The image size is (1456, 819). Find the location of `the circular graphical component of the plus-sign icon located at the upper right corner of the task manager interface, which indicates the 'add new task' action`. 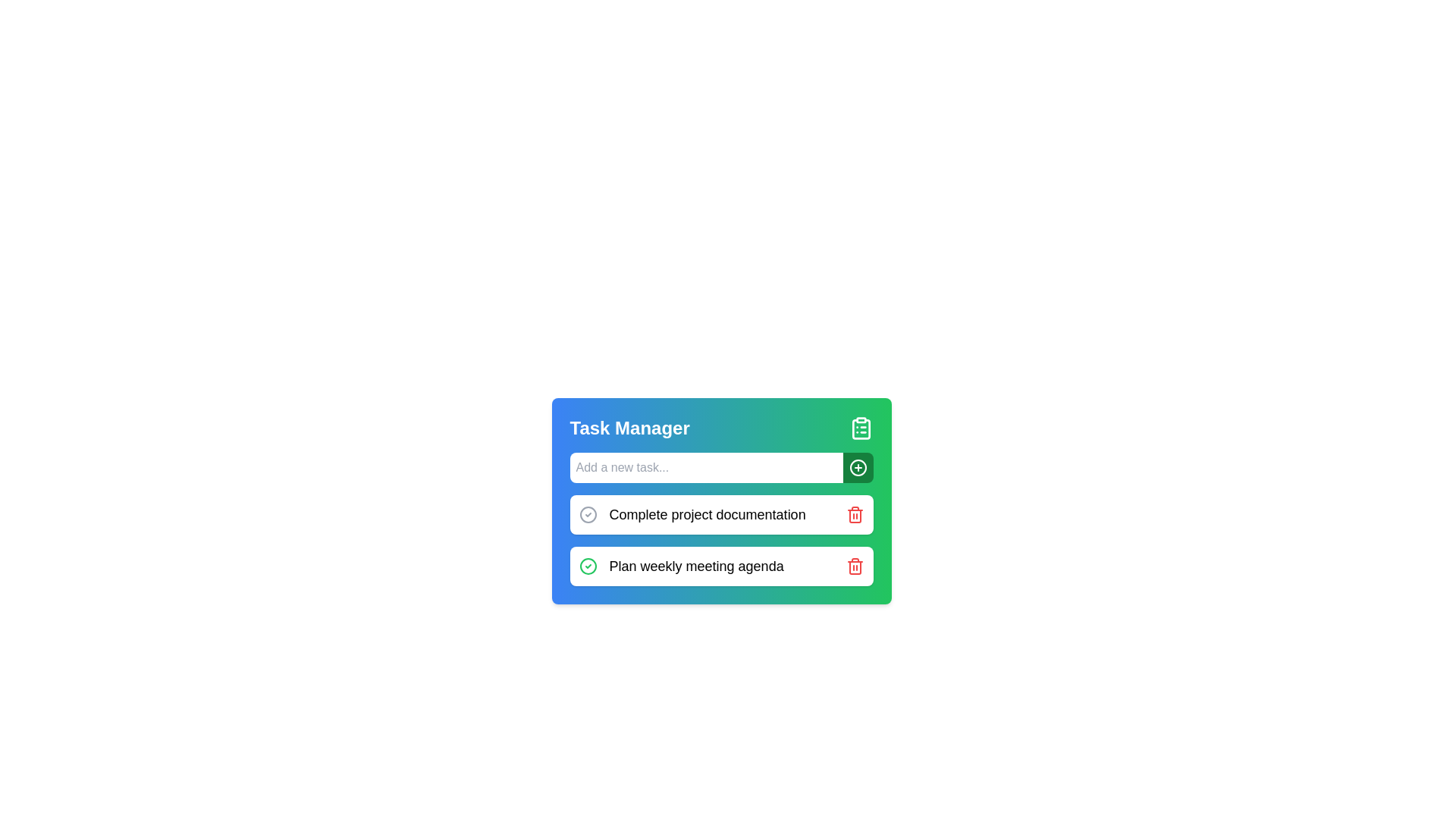

the circular graphical component of the plus-sign icon located at the upper right corner of the task manager interface, which indicates the 'add new task' action is located at coordinates (858, 467).